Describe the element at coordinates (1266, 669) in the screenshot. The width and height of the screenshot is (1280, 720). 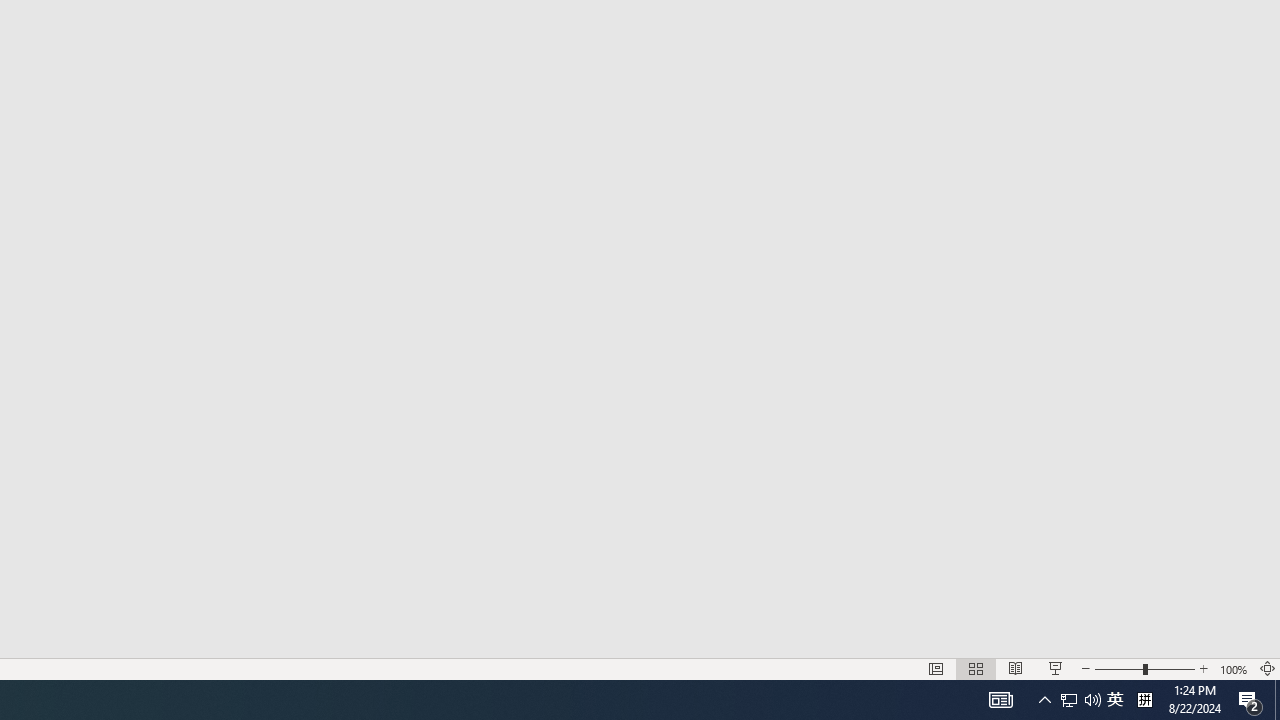
I see `'Zoom to Fit '` at that location.